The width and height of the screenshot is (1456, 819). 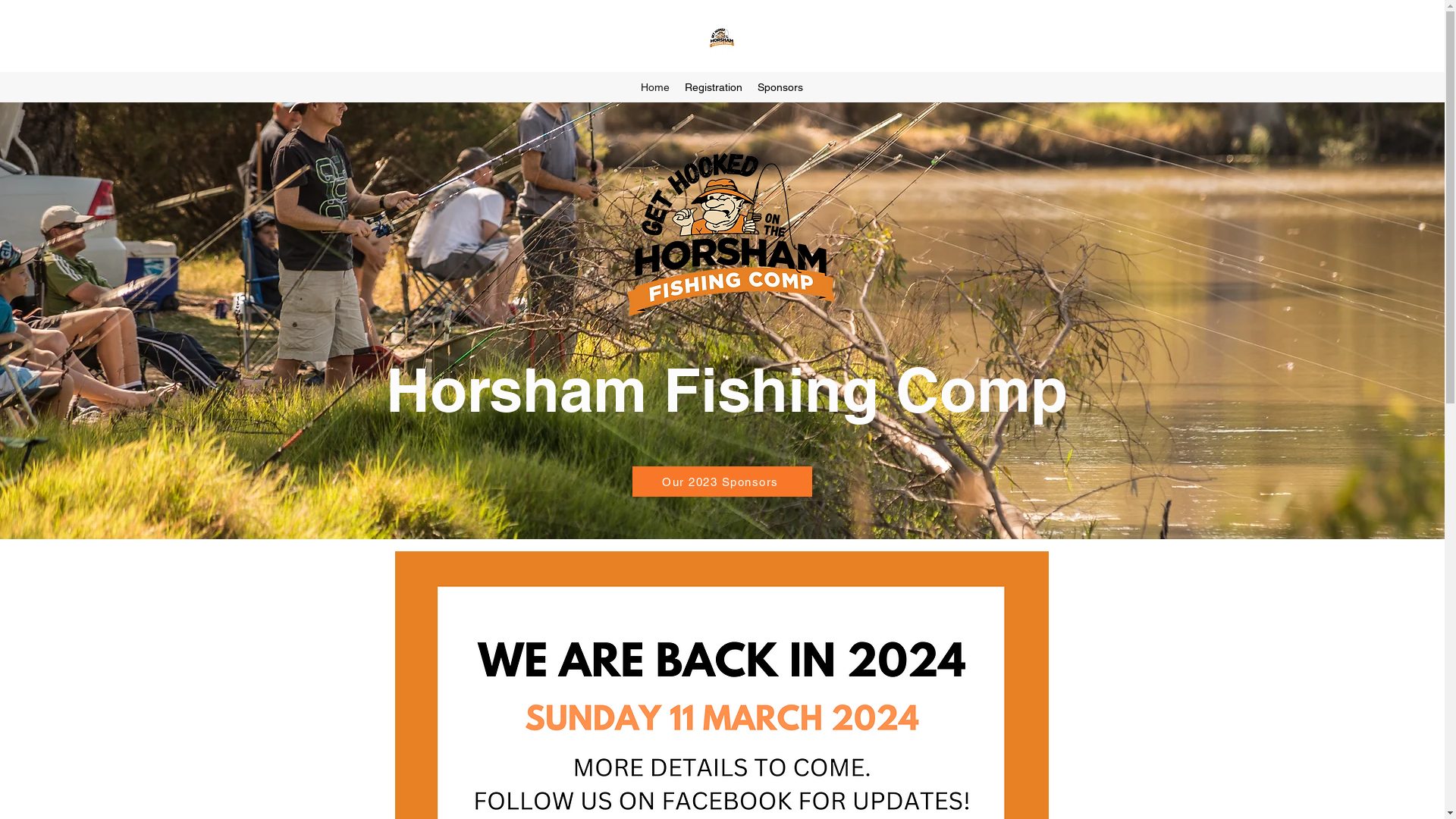 What do you see at coordinates (655, 87) in the screenshot?
I see `'Home'` at bounding box center [655, 87].